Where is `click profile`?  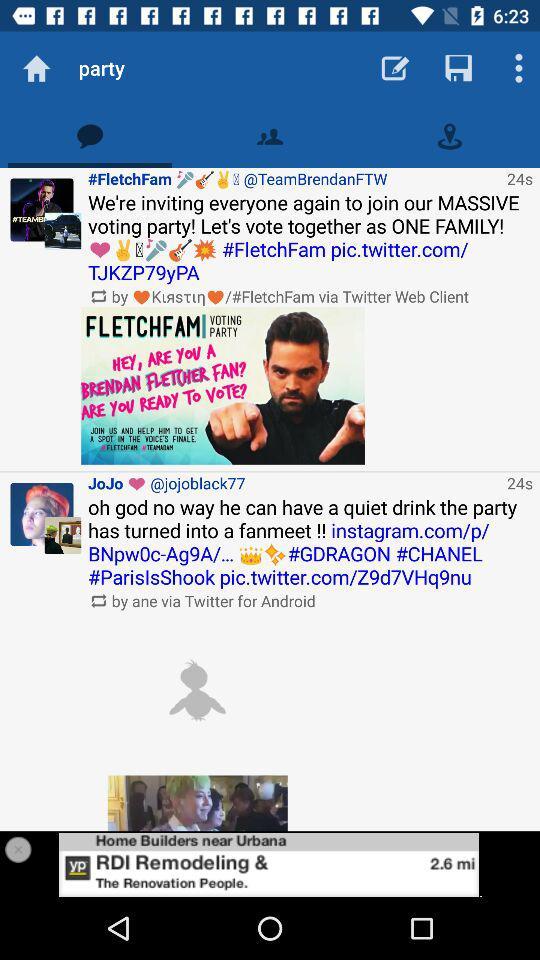
click profile is located at coordinates (42, 210).